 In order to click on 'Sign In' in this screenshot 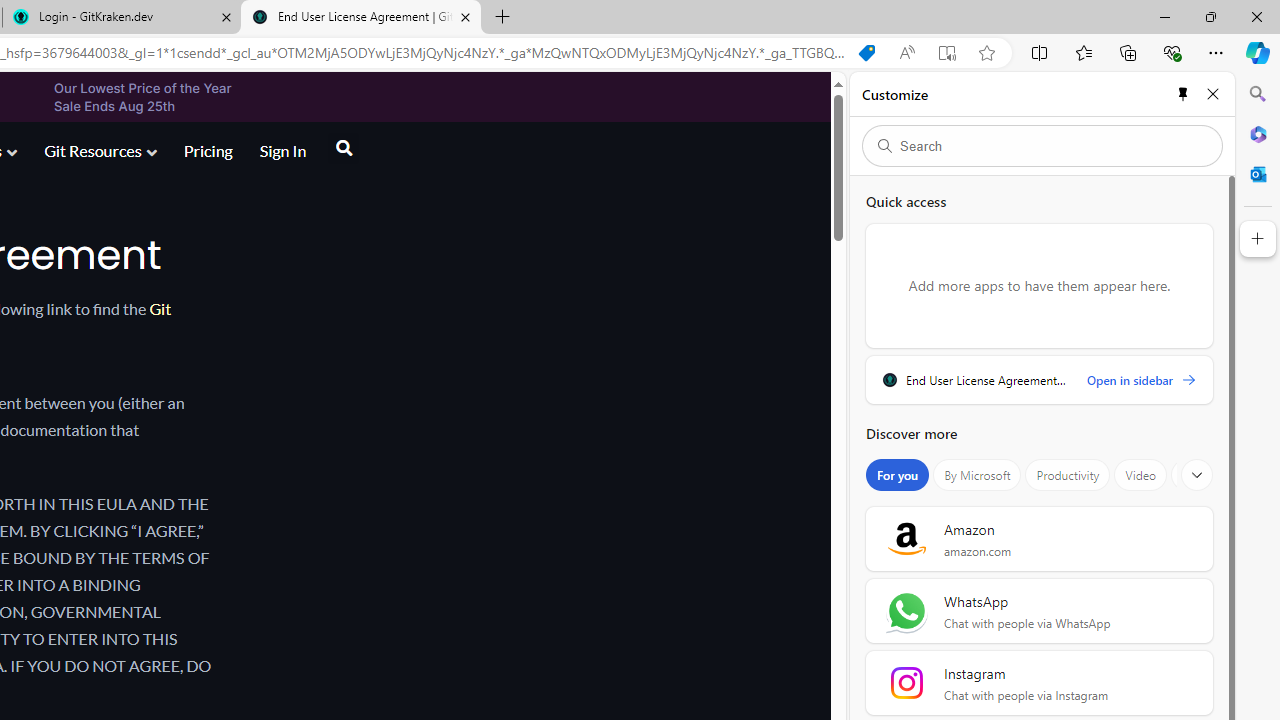, I will do `click(281, 152)`.